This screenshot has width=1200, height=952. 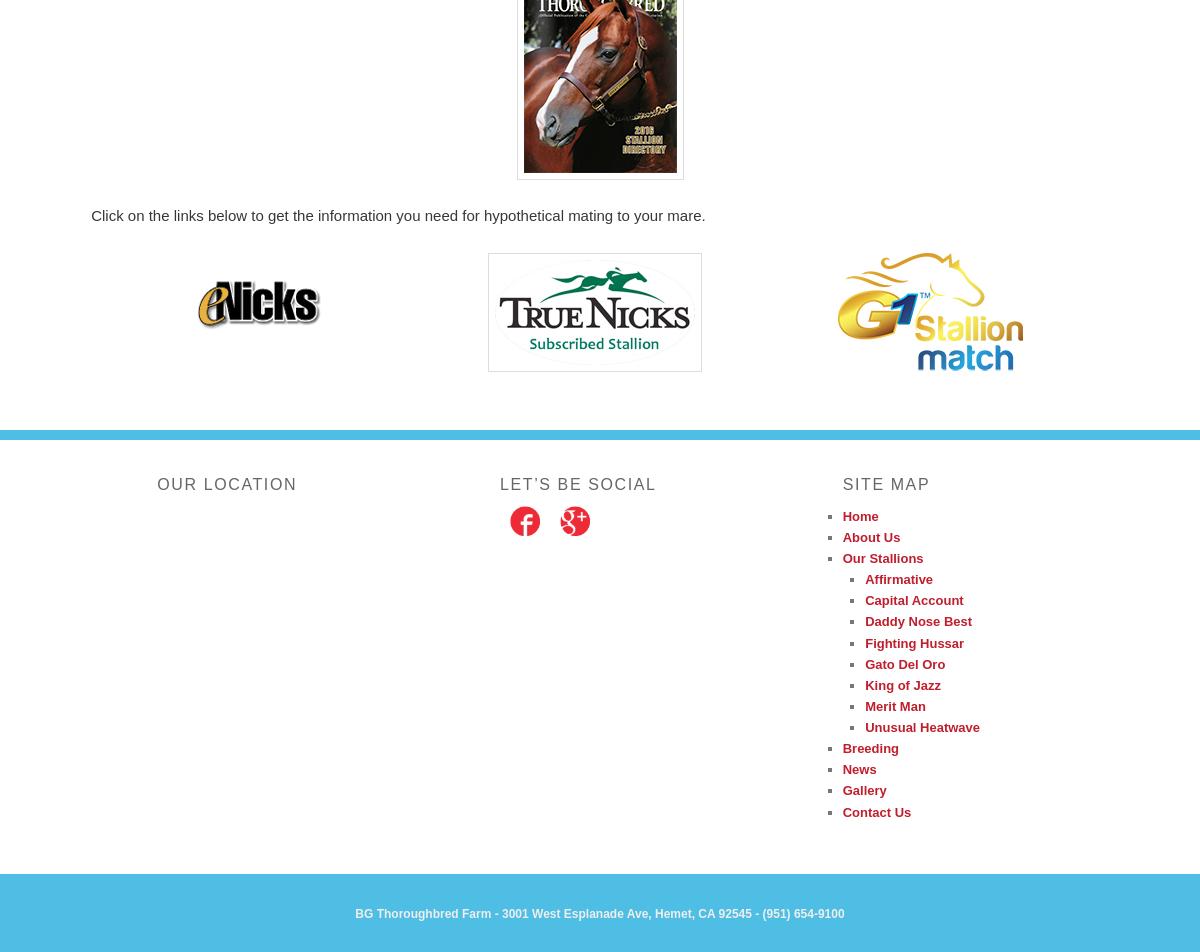 I want to click on 'Gallery', so click(x=863, y=790).